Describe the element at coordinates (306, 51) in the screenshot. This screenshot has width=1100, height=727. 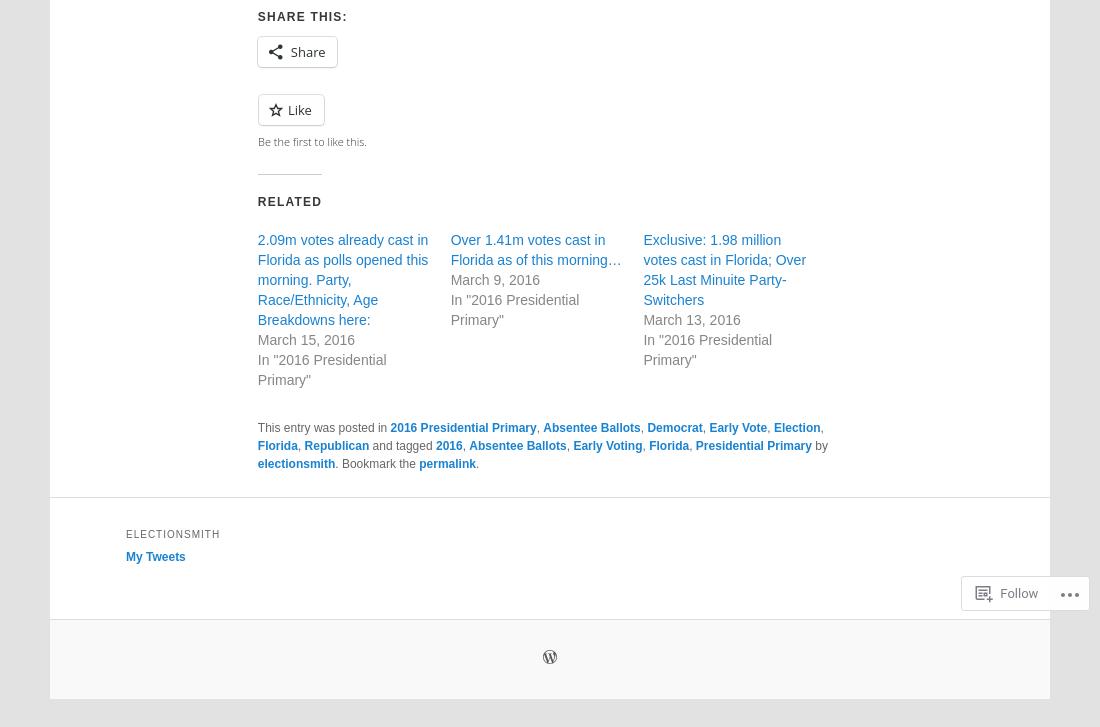
I see `'Share'` at that location.